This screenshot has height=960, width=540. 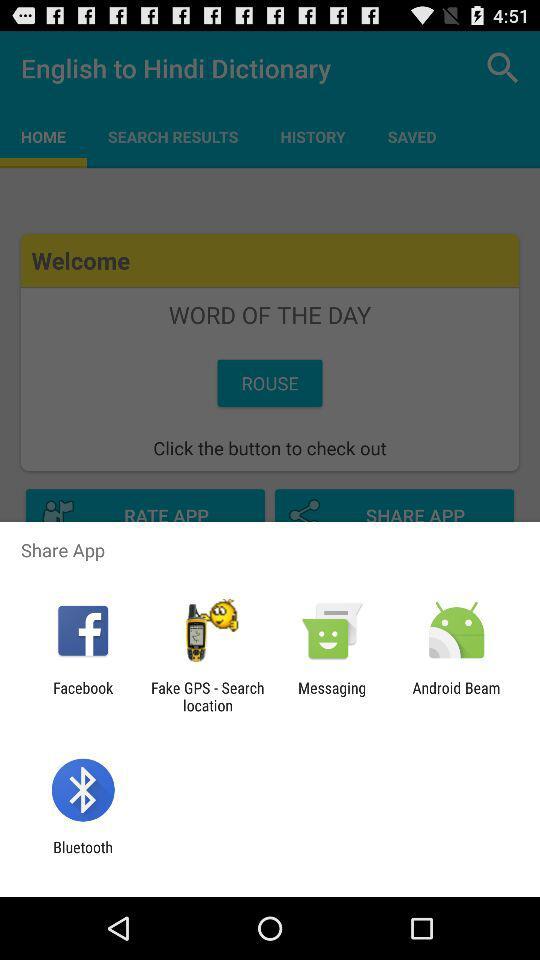 I want to click on the fake gps search app, so click(x=206, y=696).